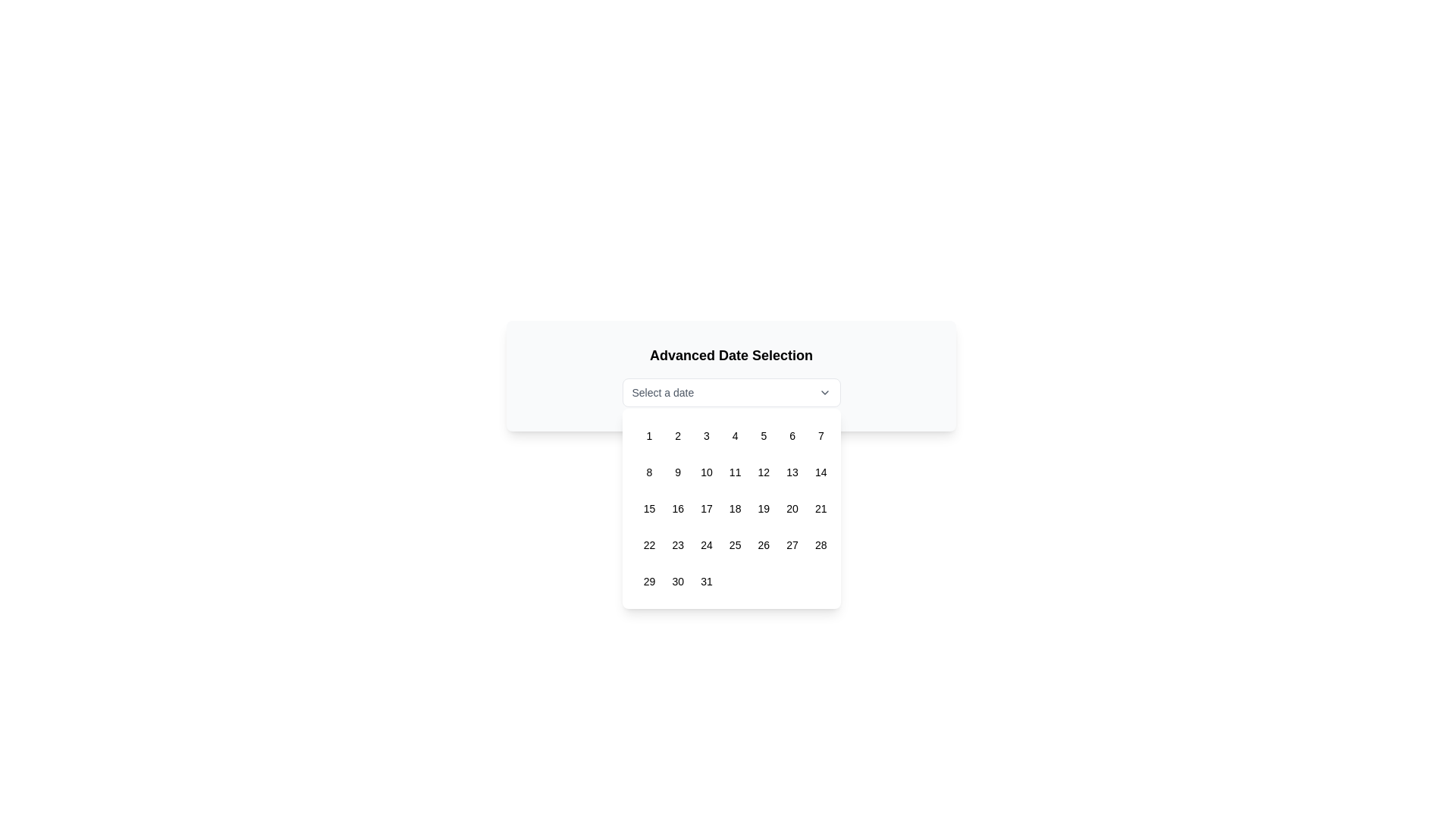  I want to click on the square button labeled '30' in the calendar grid, so click(677, 581).